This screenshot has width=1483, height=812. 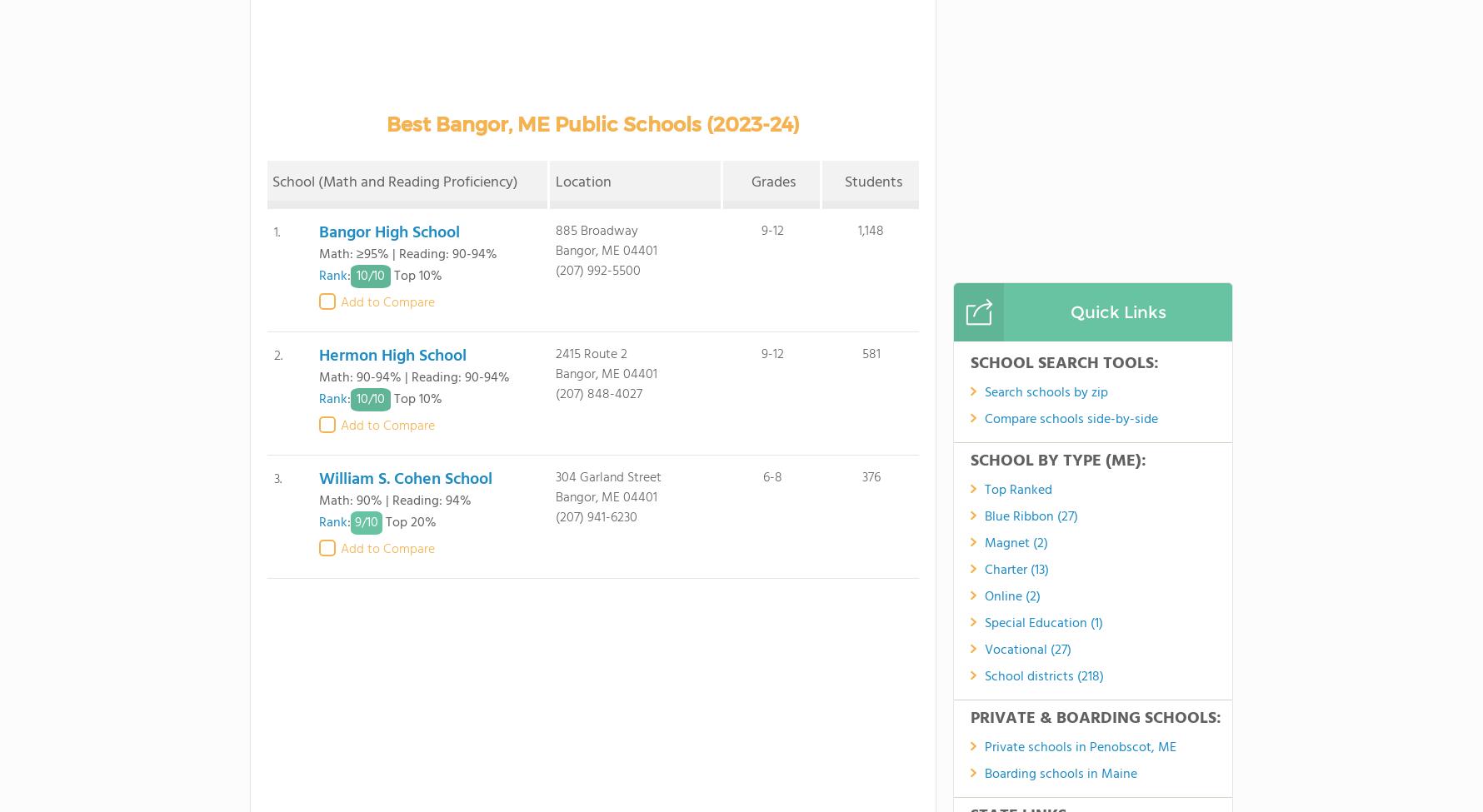 What do you see at coordinates (855, 735) in the screenshot?
I see `'Public School Guide'` at bounding box center [855, 735].